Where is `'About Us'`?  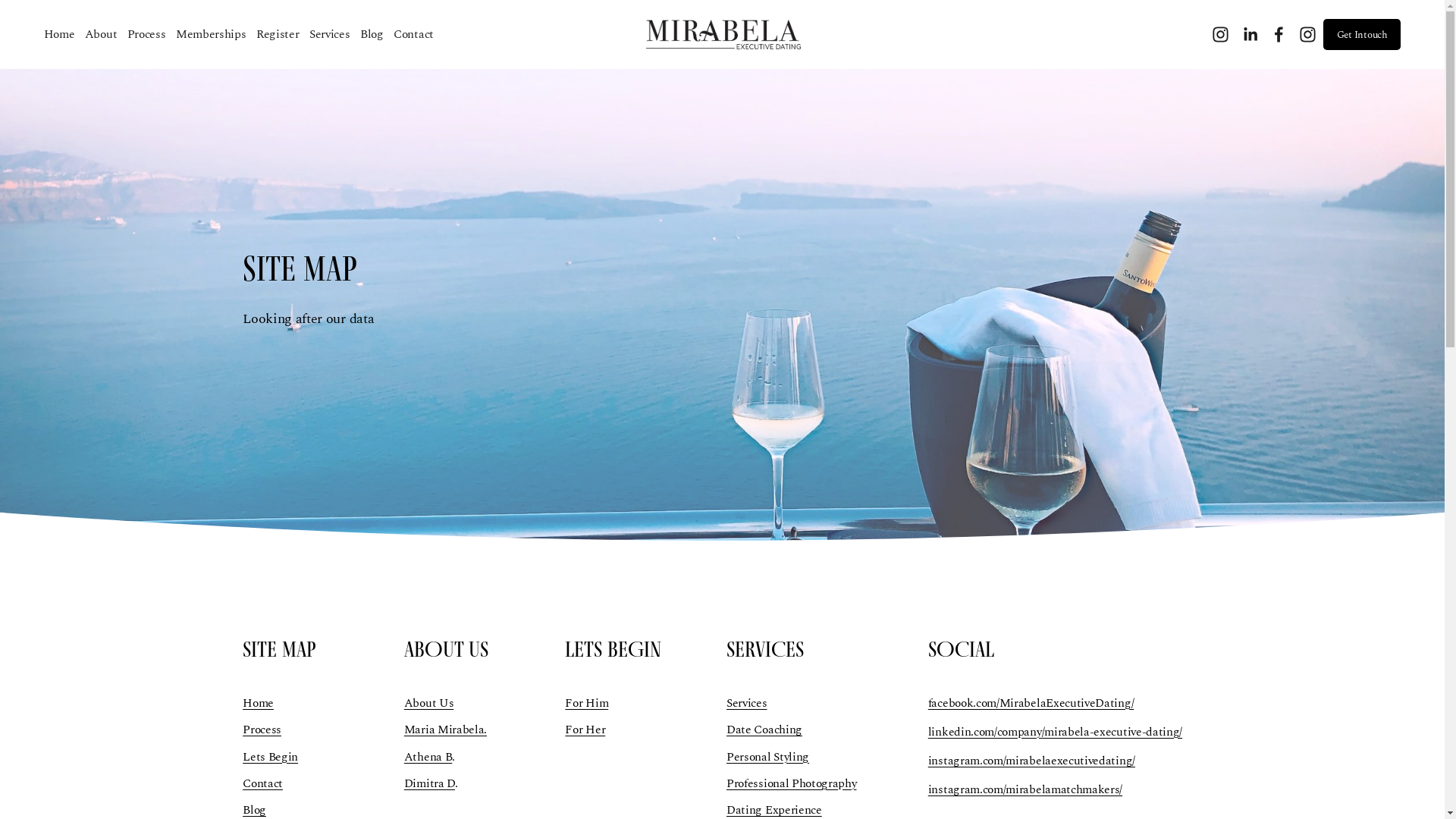 'About Us' is located at coordinates (428, 702).